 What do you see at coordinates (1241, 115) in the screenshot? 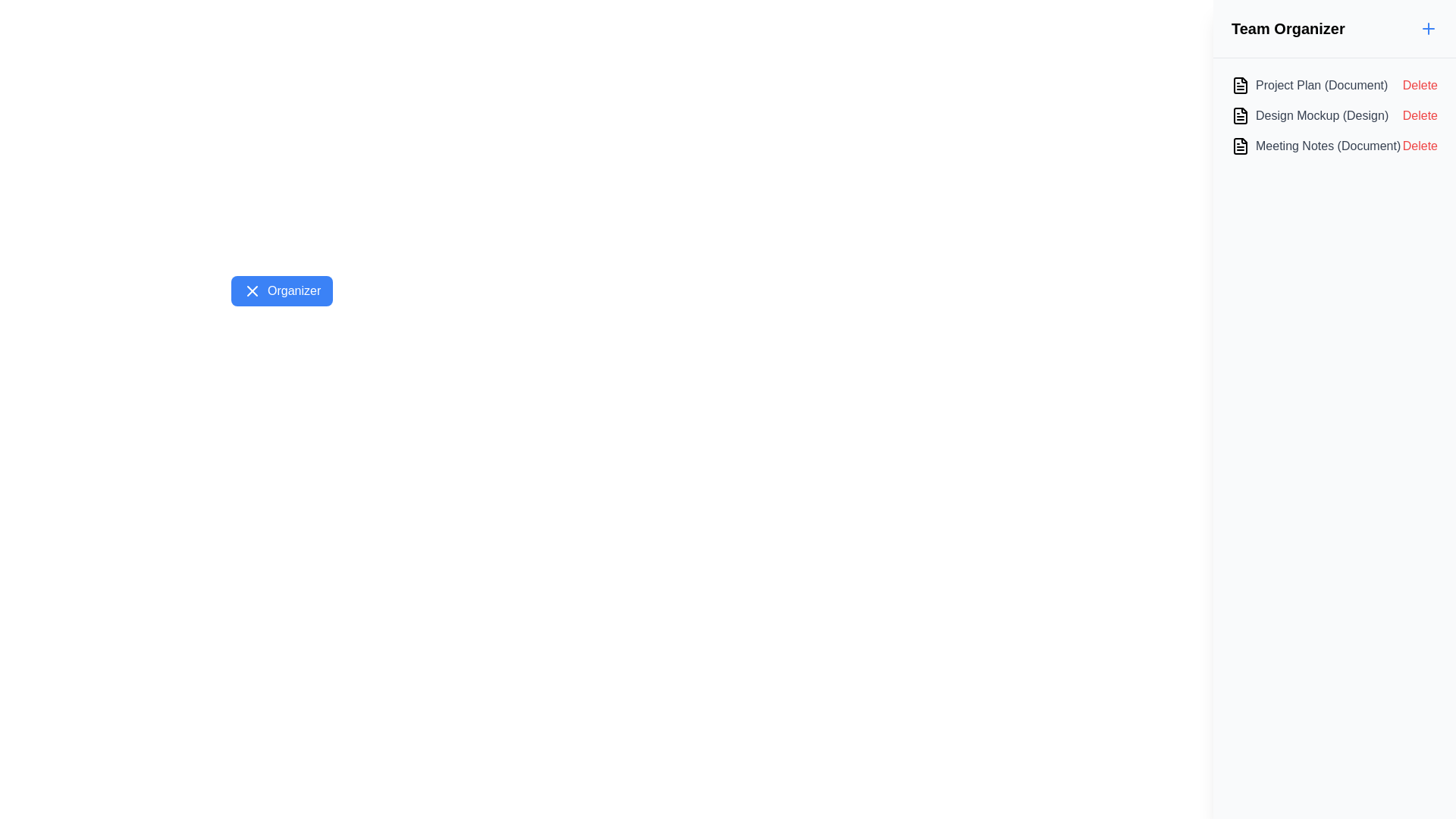
I see `the small document icon with a folded corner, associated with the text 'Design Mockup (Design)', located in the second row of the vertical list in the right sidebar` at bounding box center [1241, 115].